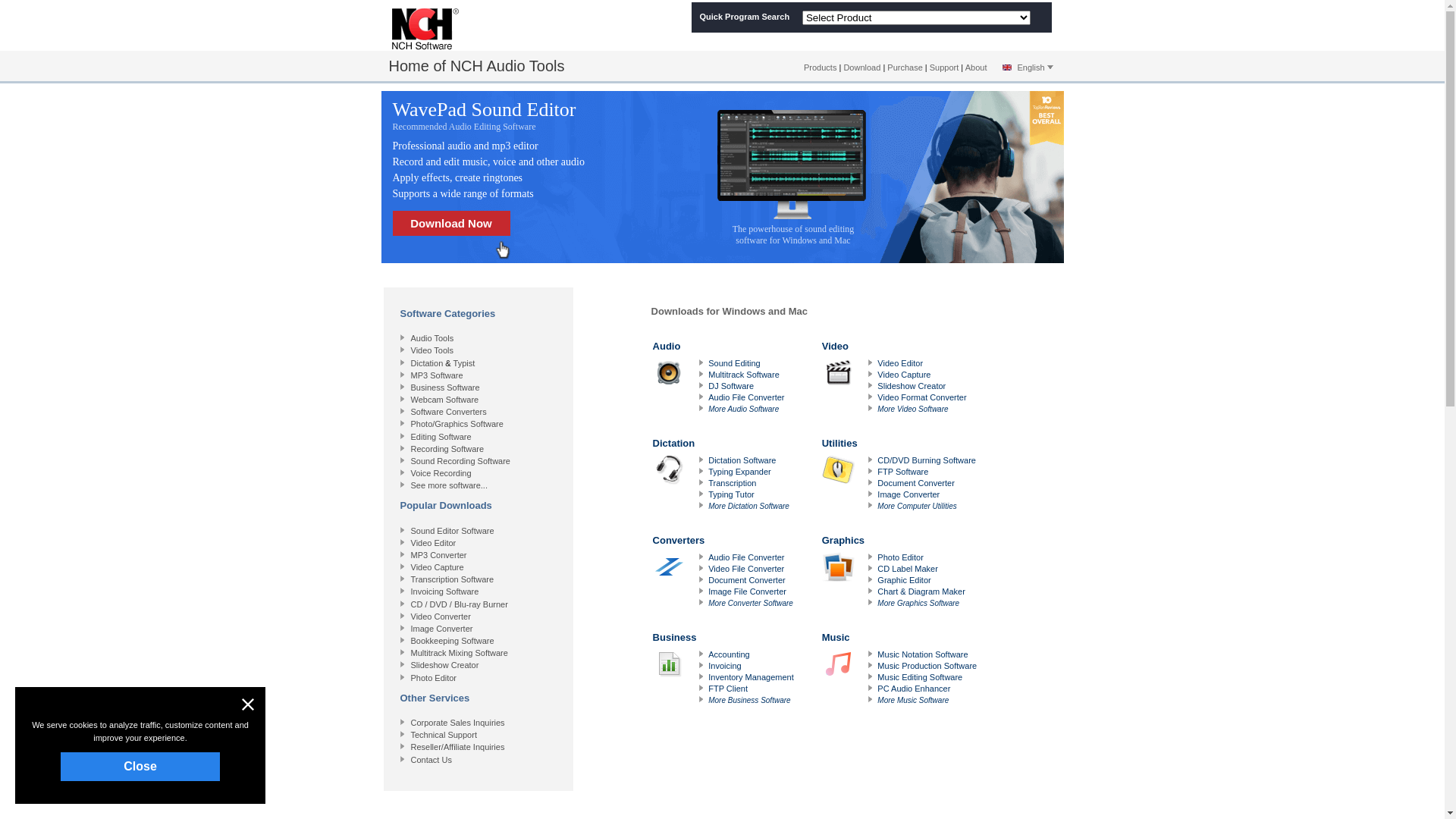  Describe the element at coordinates (728, 688) in the screenshot. I see `'FTP Client'` at that location.